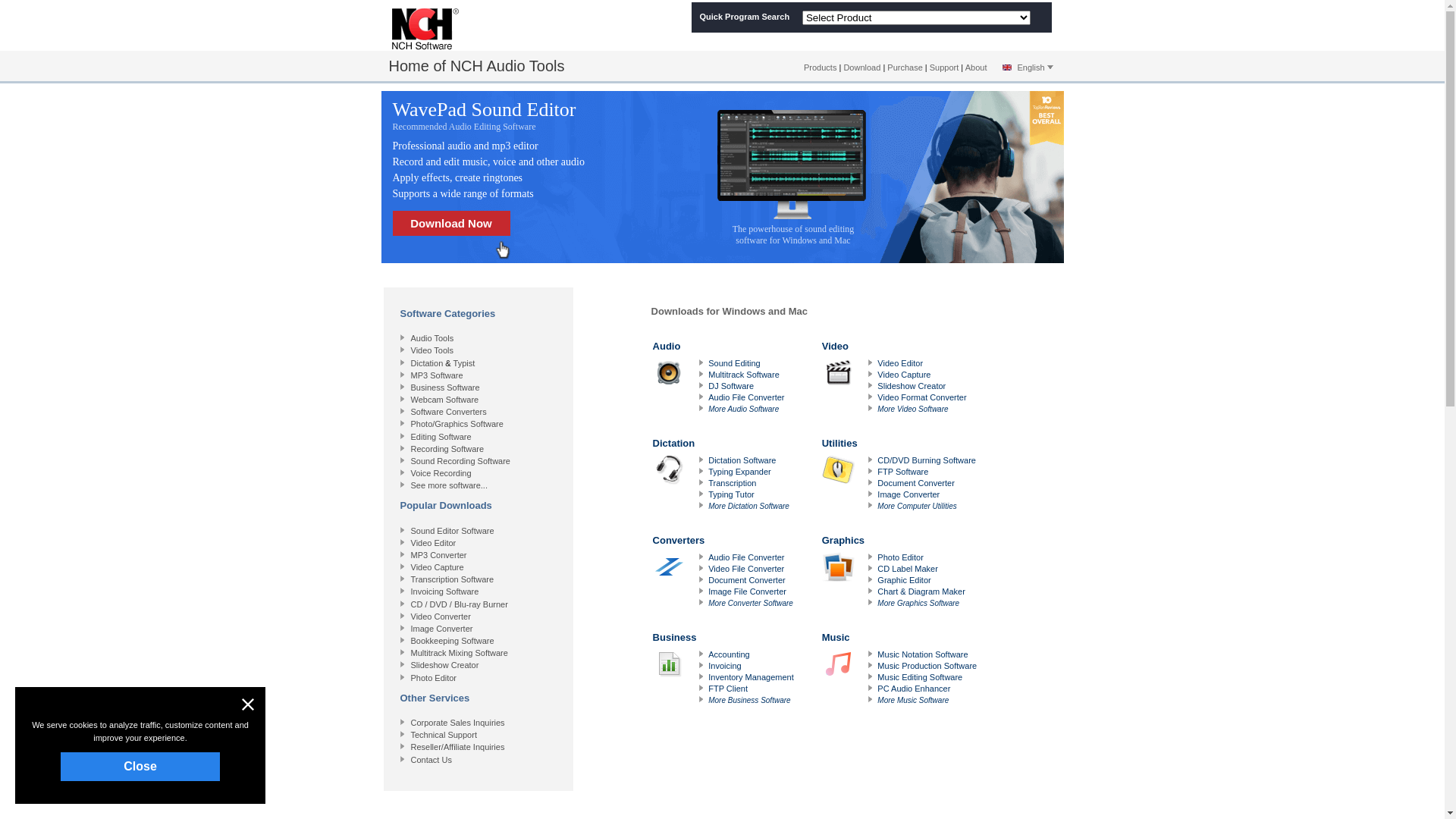  Describe the element at coordinates (728, 688) in the screenshot. I see `'FTP Client'` at that location.